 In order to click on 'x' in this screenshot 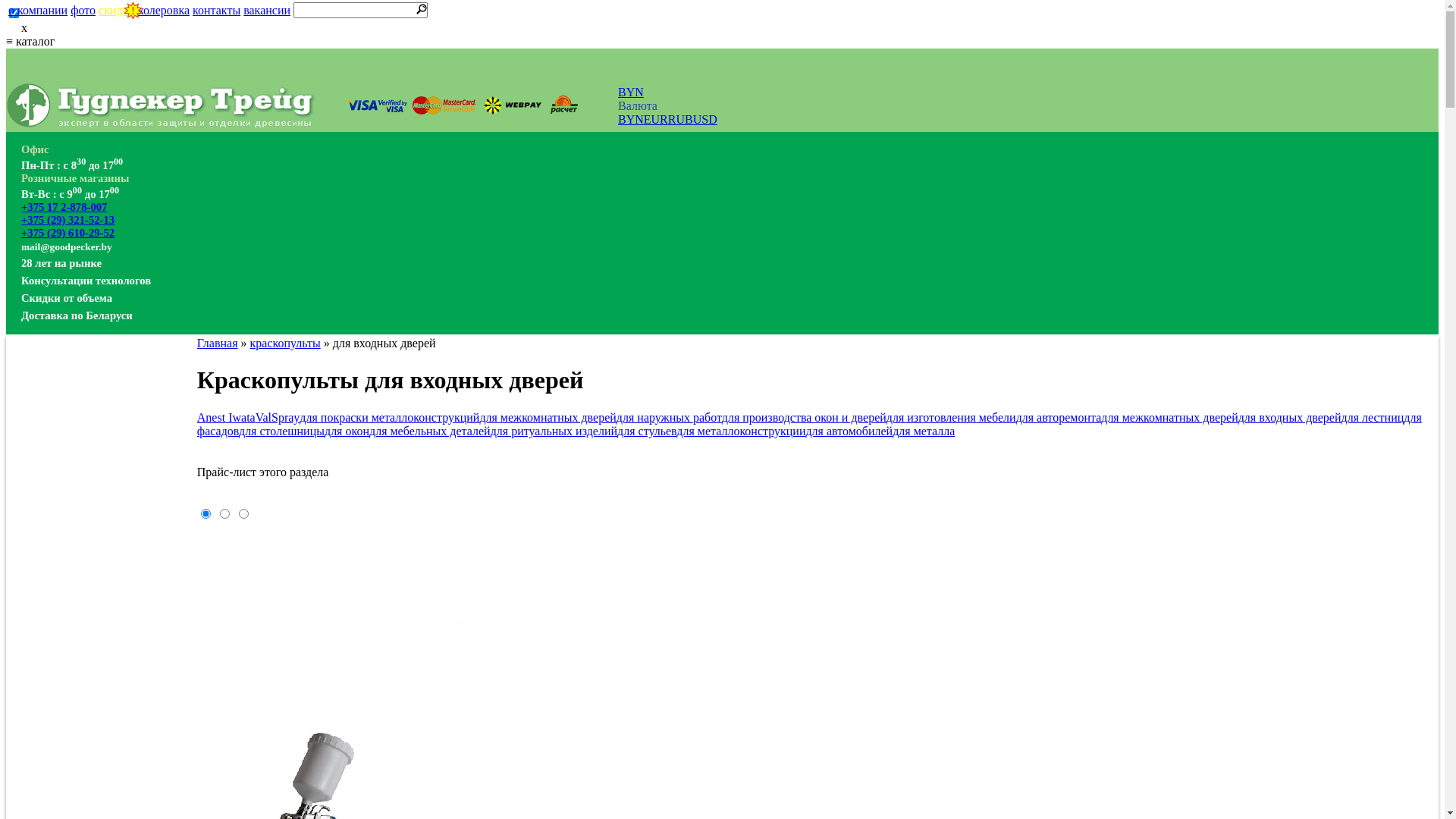, I will do `click(6, 28)`.